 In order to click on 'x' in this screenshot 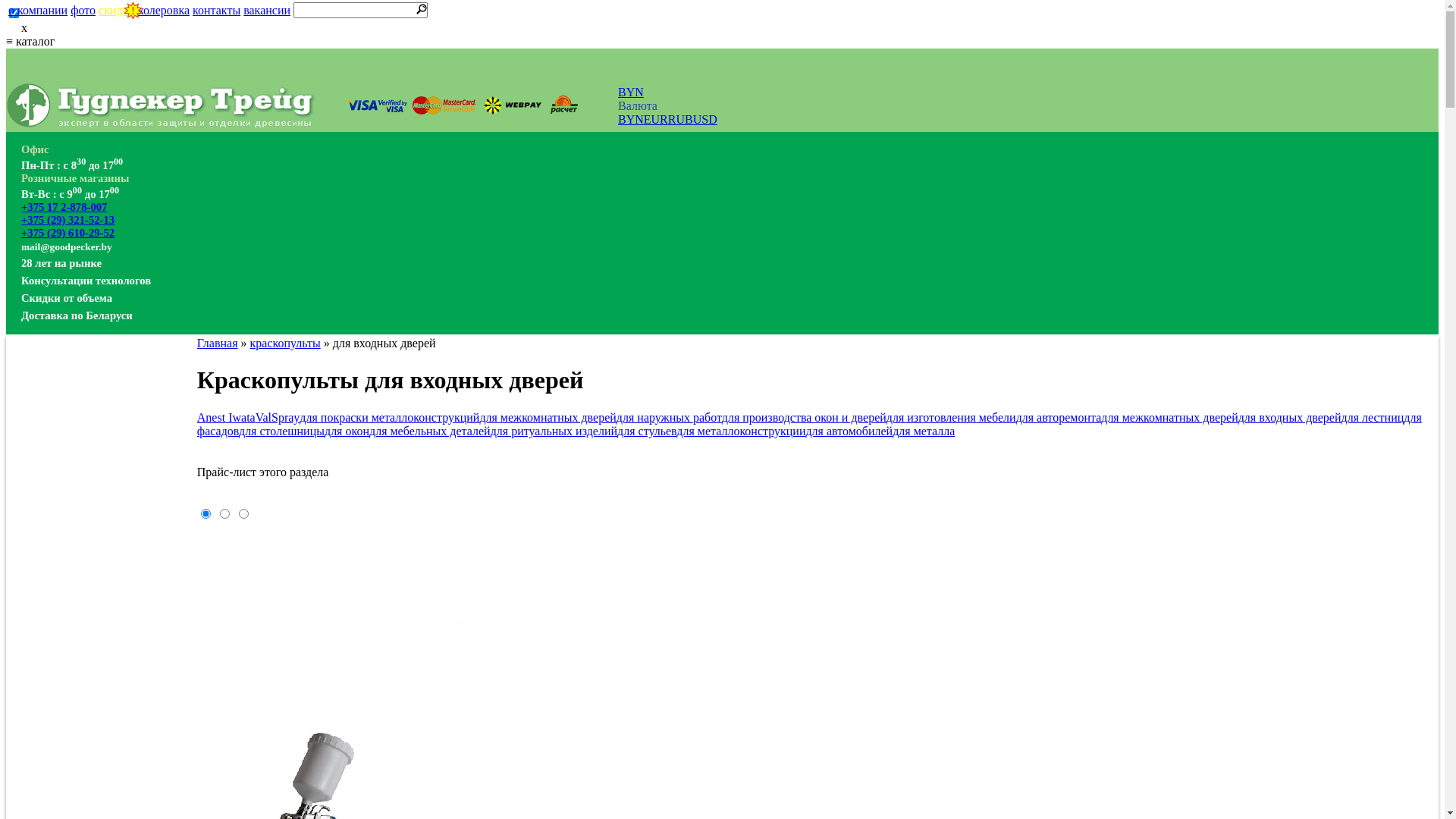, I will do `click(6, 28)`.